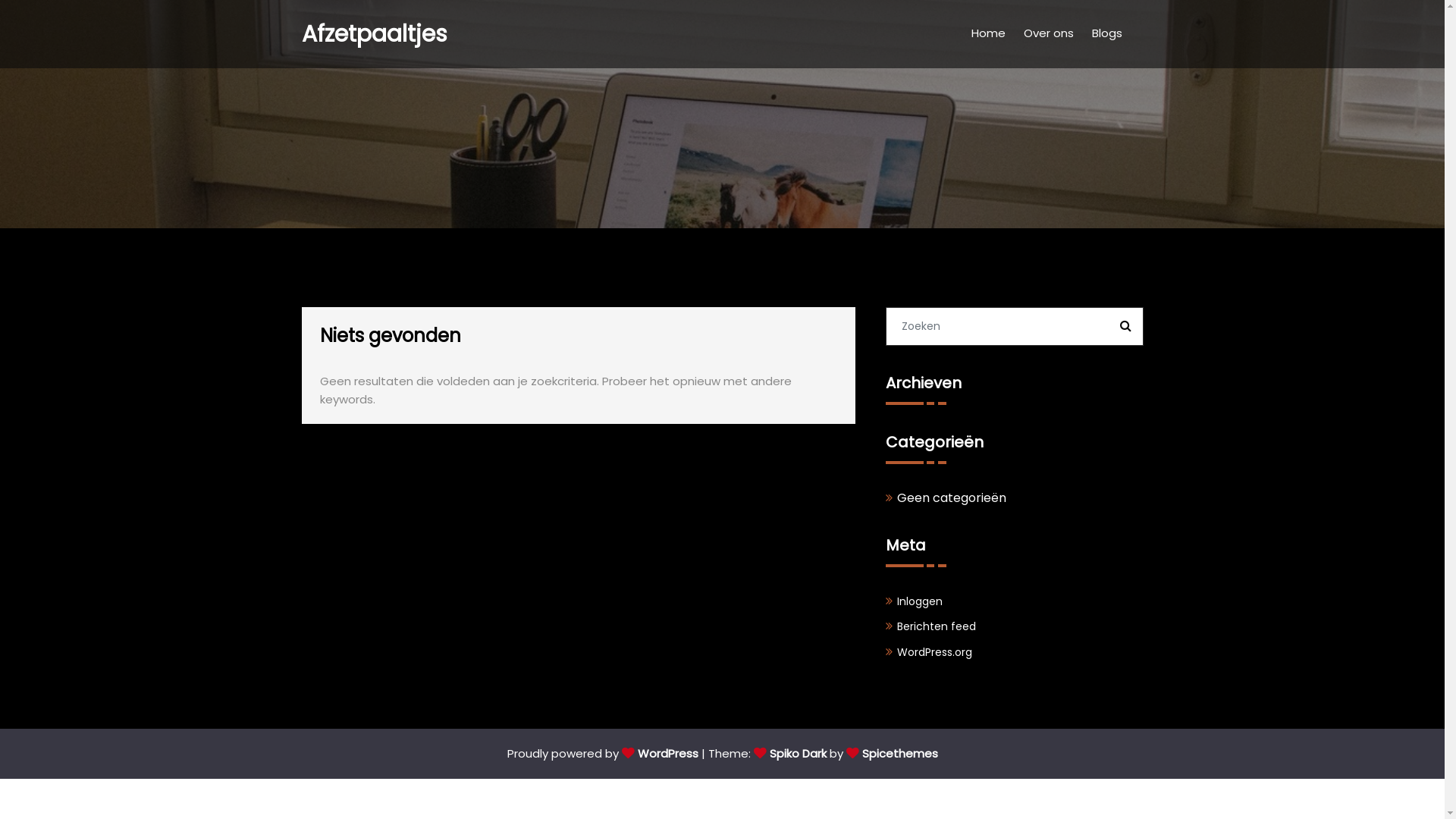 This screenshot has height=819, width=1456. Describe the element at coordinates (660, 753) in the screenshot. I see `'WordPress'` at that location.